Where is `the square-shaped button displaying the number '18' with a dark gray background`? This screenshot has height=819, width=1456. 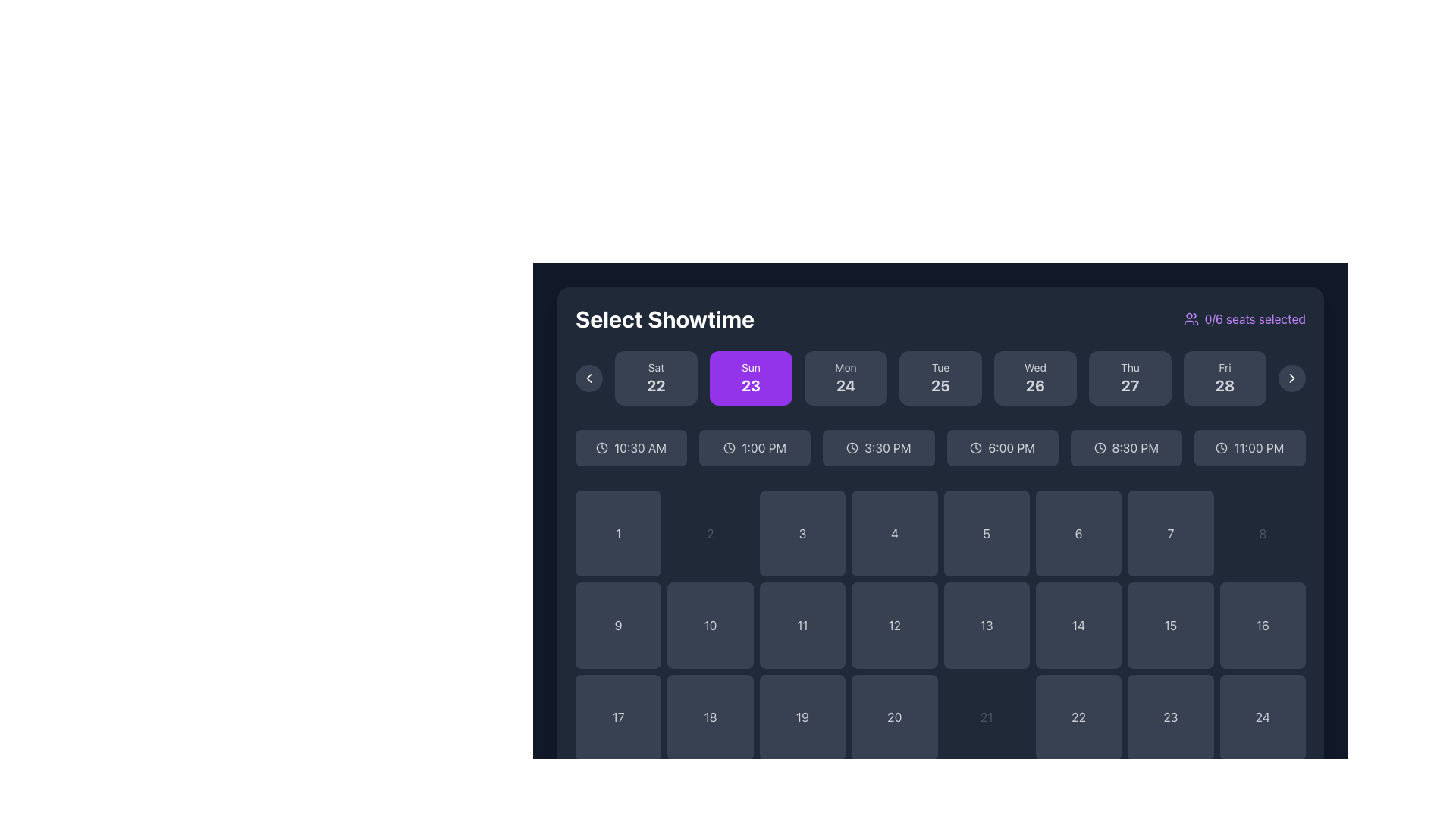 the square-shaped button displaying the number '18' with a dark gray background is located at coordinates (710, 717).